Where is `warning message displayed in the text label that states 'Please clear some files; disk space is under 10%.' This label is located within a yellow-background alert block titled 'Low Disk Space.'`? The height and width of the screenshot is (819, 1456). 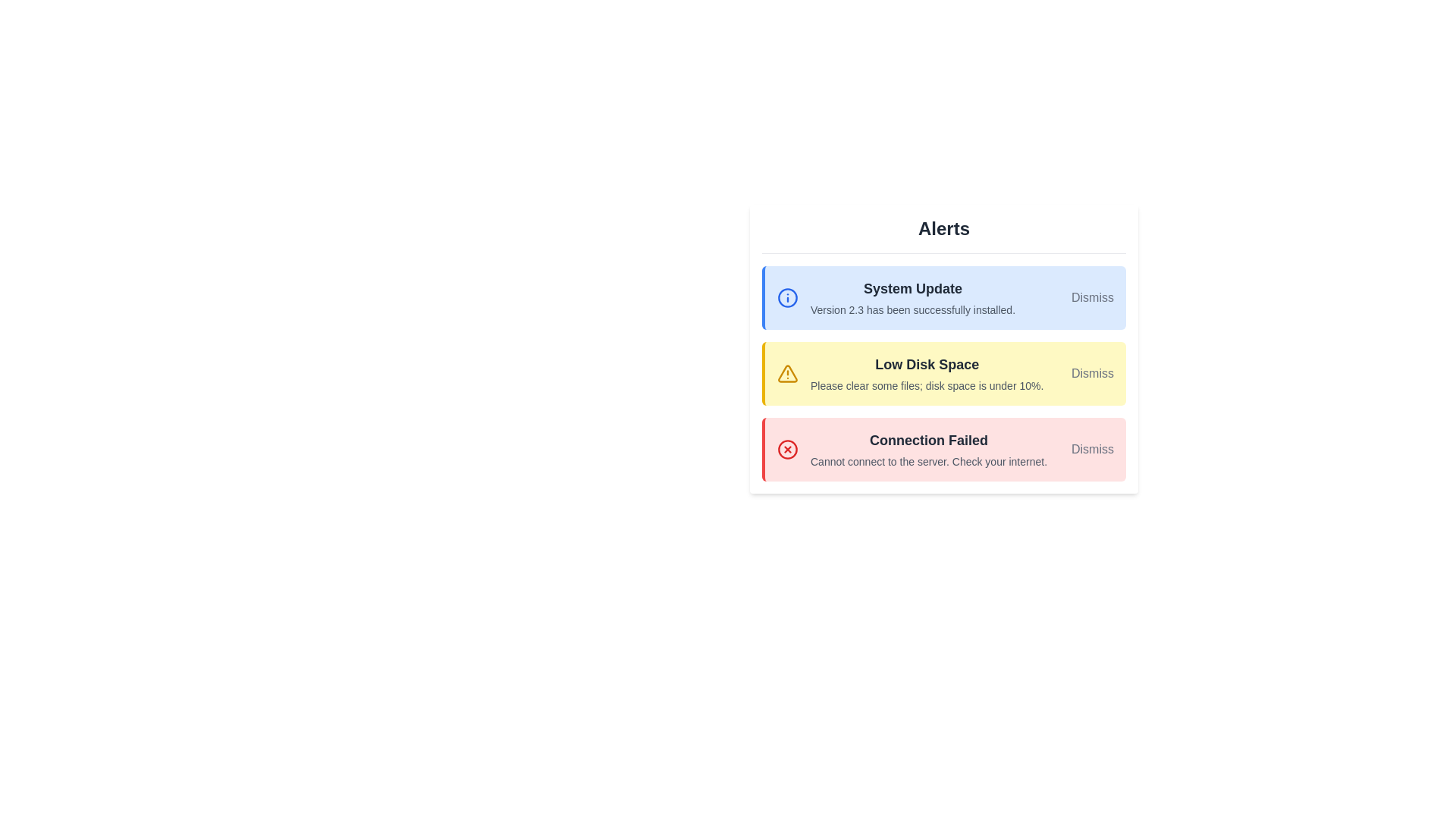 warning message displayed in the text label that states 'Please clear some files; disk space is under 10%.' This label is located within a yellow-background alert block titled 'Low Disk Space.' is located at coordinates (926, 385).